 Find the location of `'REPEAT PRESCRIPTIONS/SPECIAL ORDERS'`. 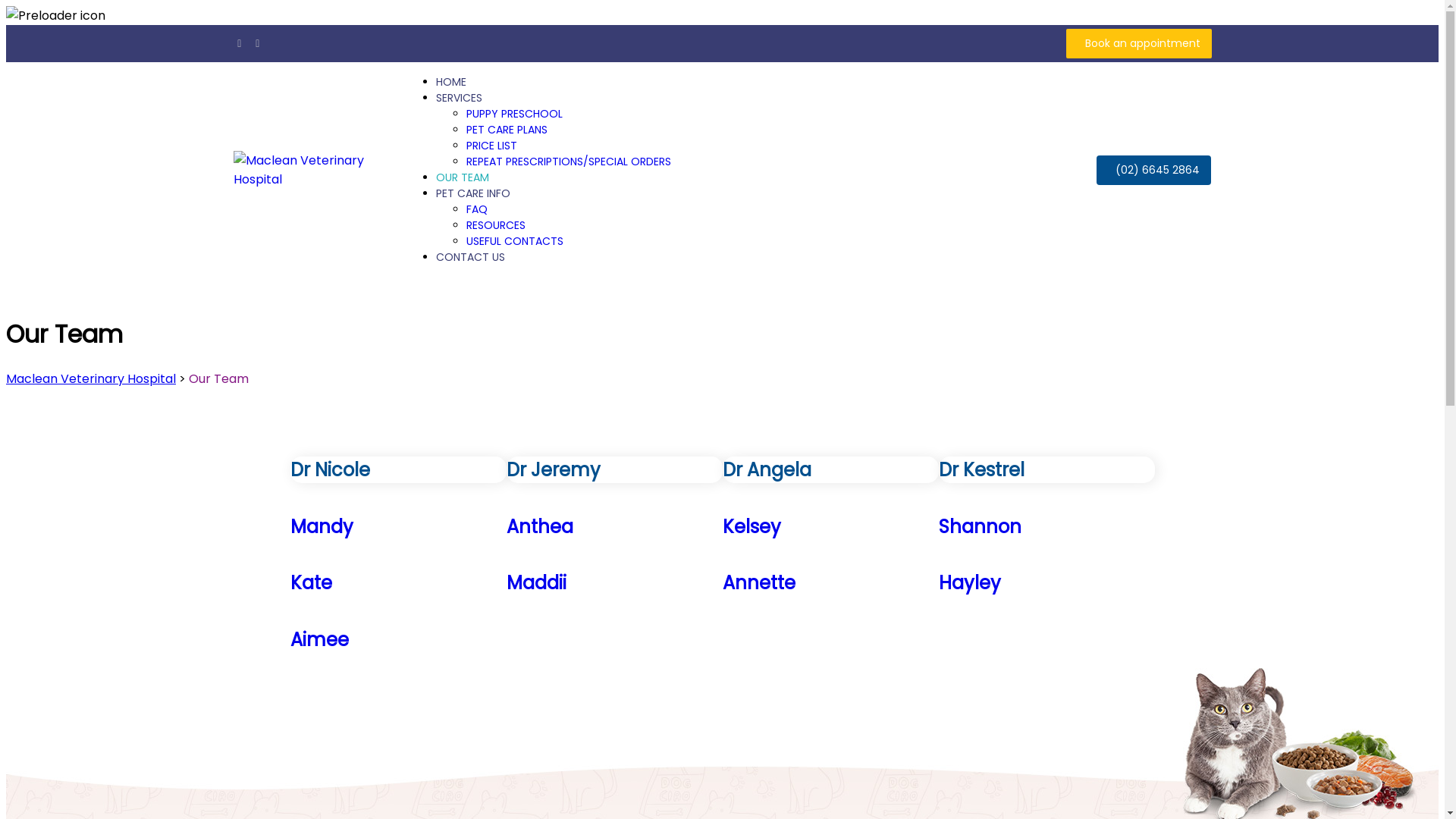

'REPEAT PRESCRIPTIONS/SPECIAL ORDERS' is located at coordinates (567, 161).